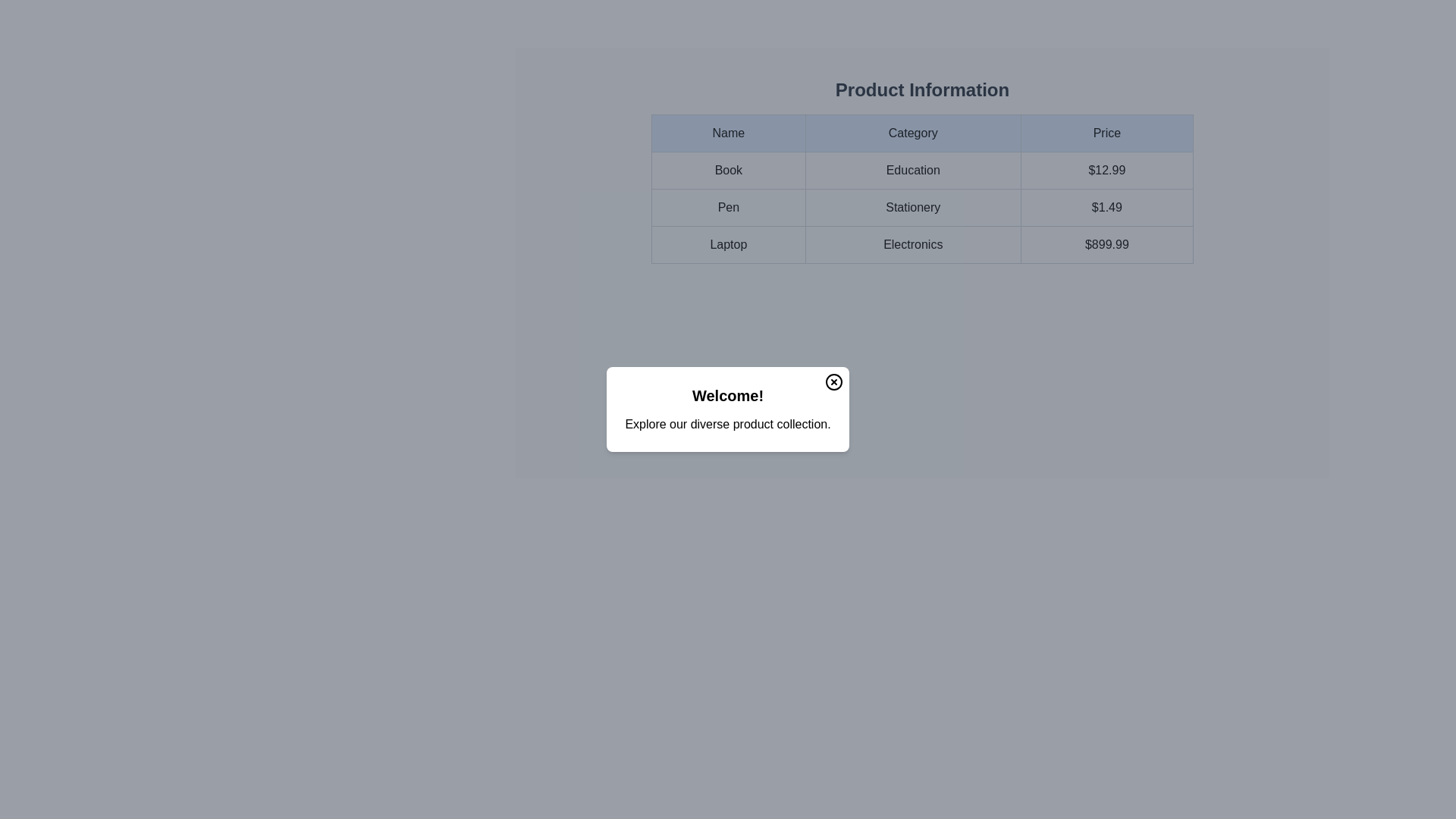 The height and width of the screenshot is (819, 1456). Describe the element at coordinates (1106, 207) in the screenshot. I see `the price label displaying '$1.49' in black text located in the last column of the second row of the table for the 'Stationery' category` at that location.